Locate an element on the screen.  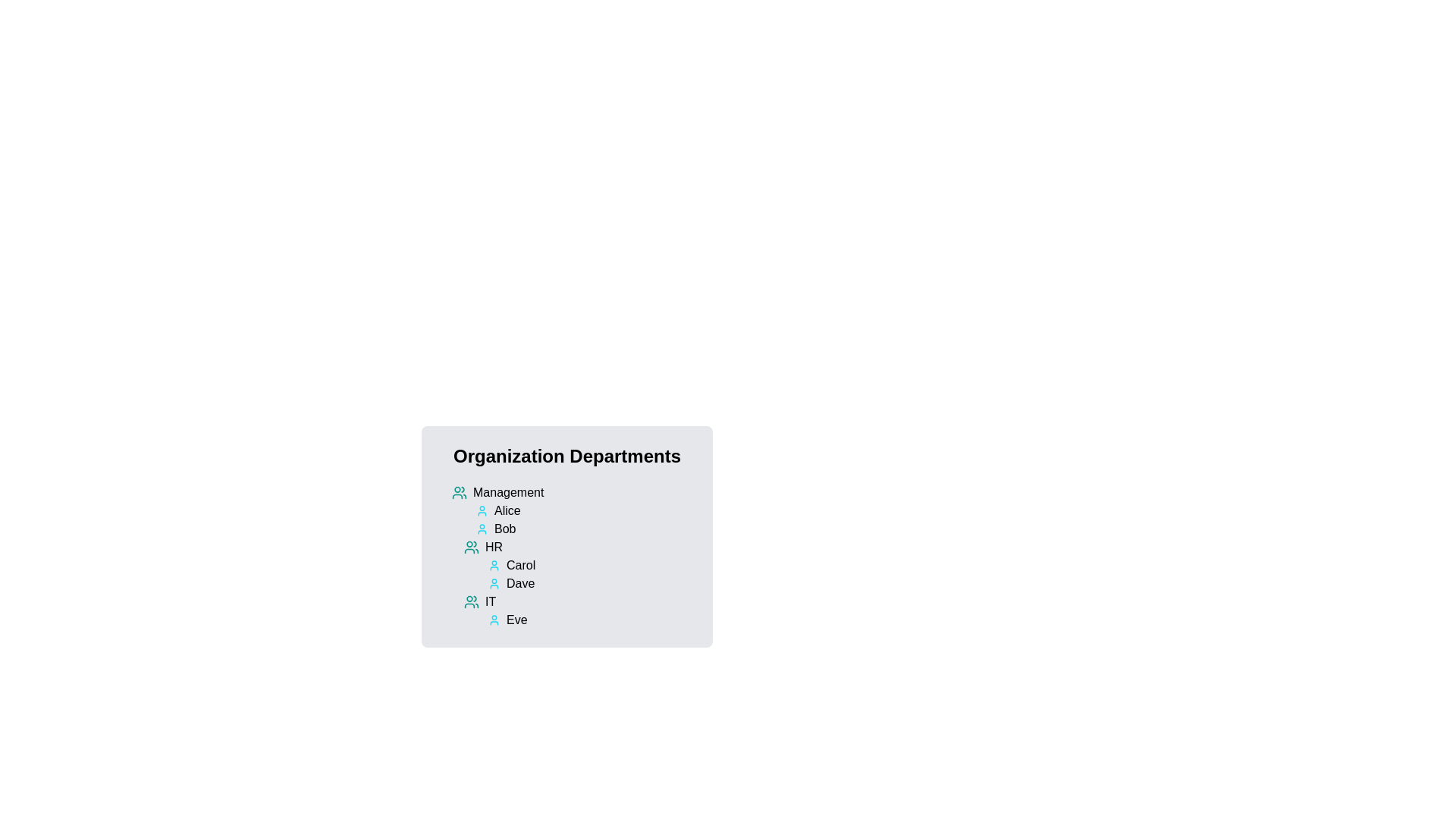
the user icon representing the IT department, located to the left of the text 'Eve' in the 'Organization Departments' section is located at coordinates (494, 620).